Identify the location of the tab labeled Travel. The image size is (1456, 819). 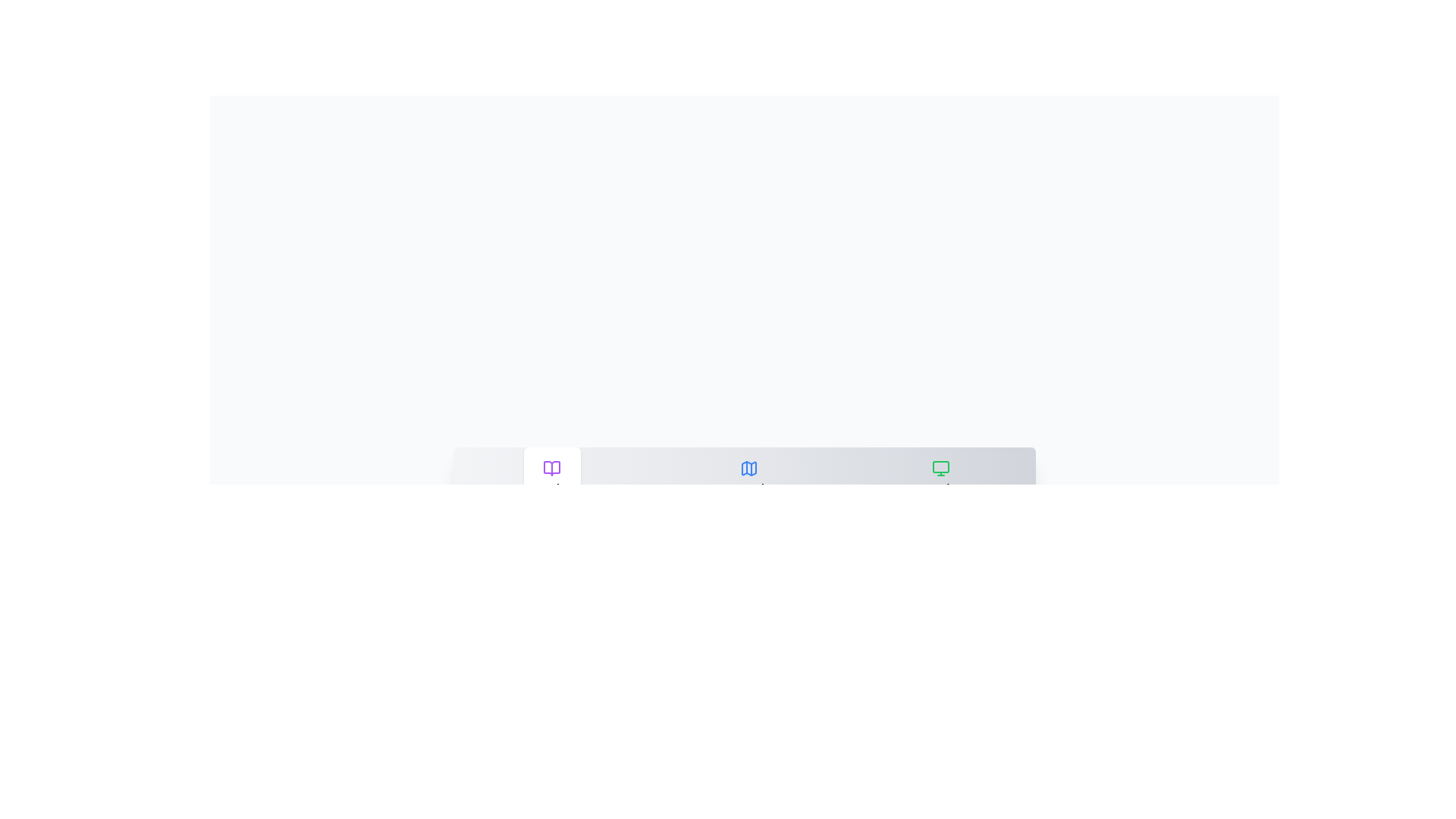
(748, 476).